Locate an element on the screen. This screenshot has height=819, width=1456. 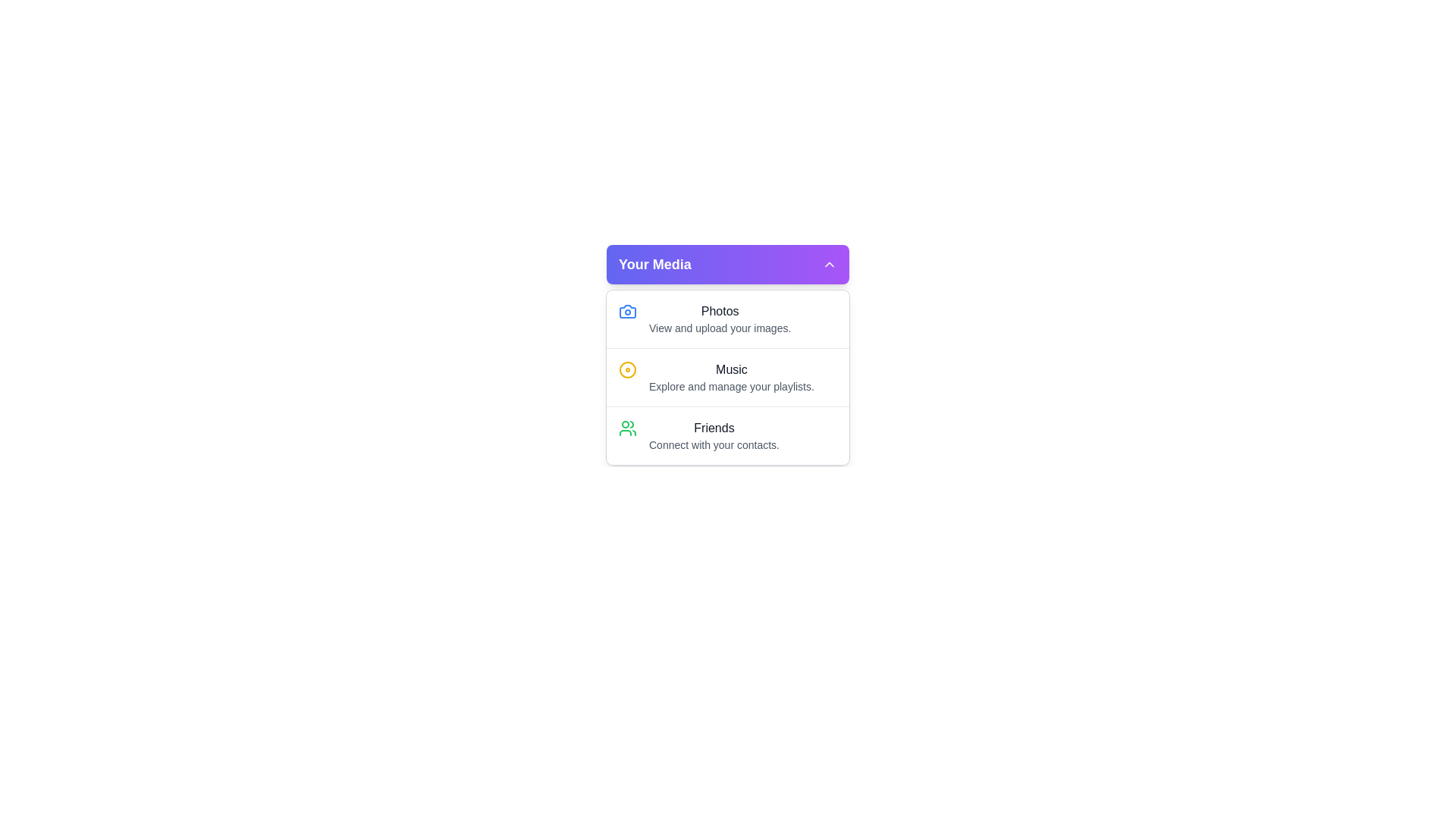
the text label located in the header bar of the dropdown panel, which is part of a purple gradient background area is located at coordinates (654, 263).